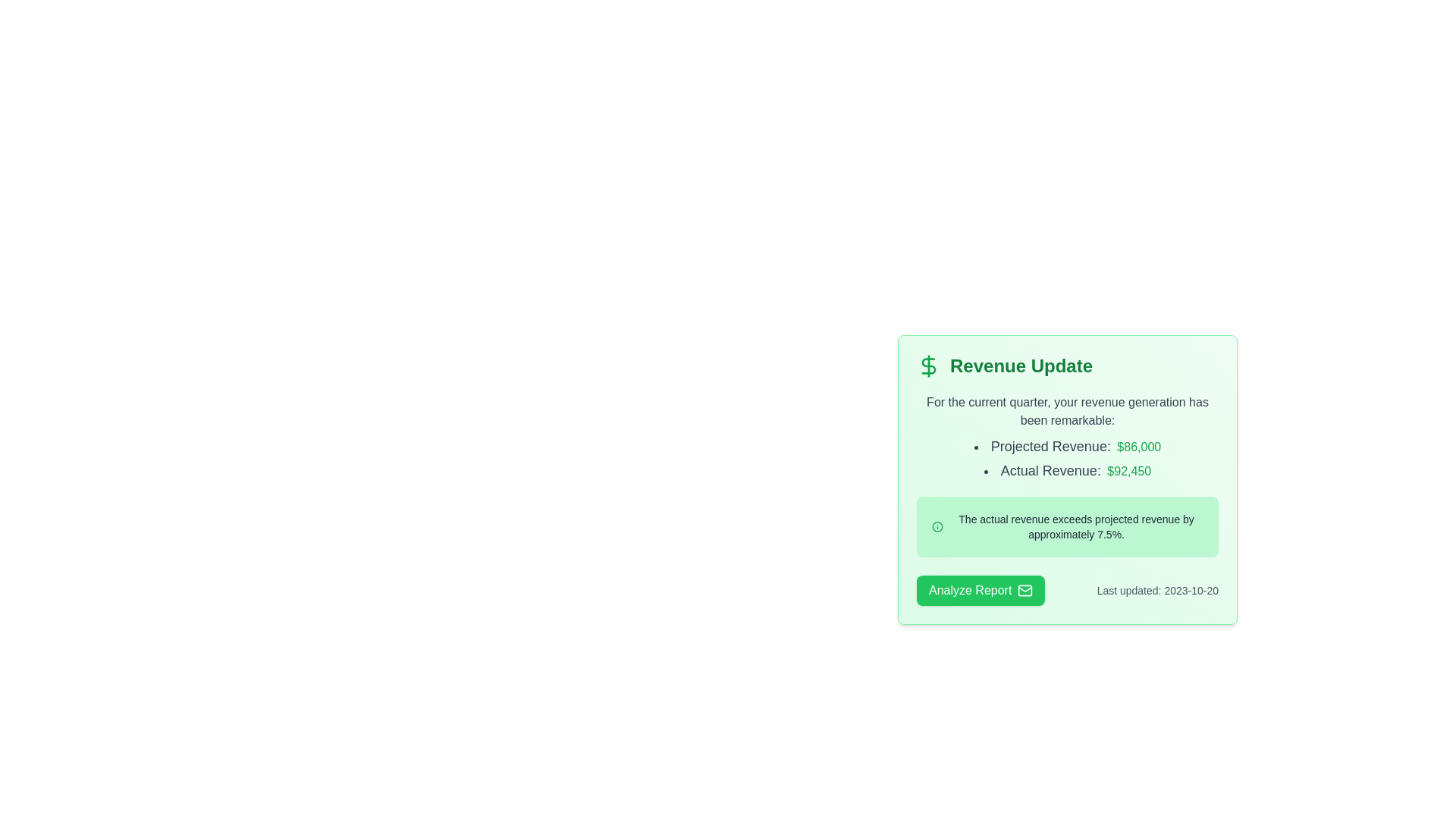  What do you see at coordinates (1066, 366) in the screenshot?
I see `the header section that introduces the content about revenue updates, which includes an icon and text, located at the top of the content section` at bounding box center [1066, 366].